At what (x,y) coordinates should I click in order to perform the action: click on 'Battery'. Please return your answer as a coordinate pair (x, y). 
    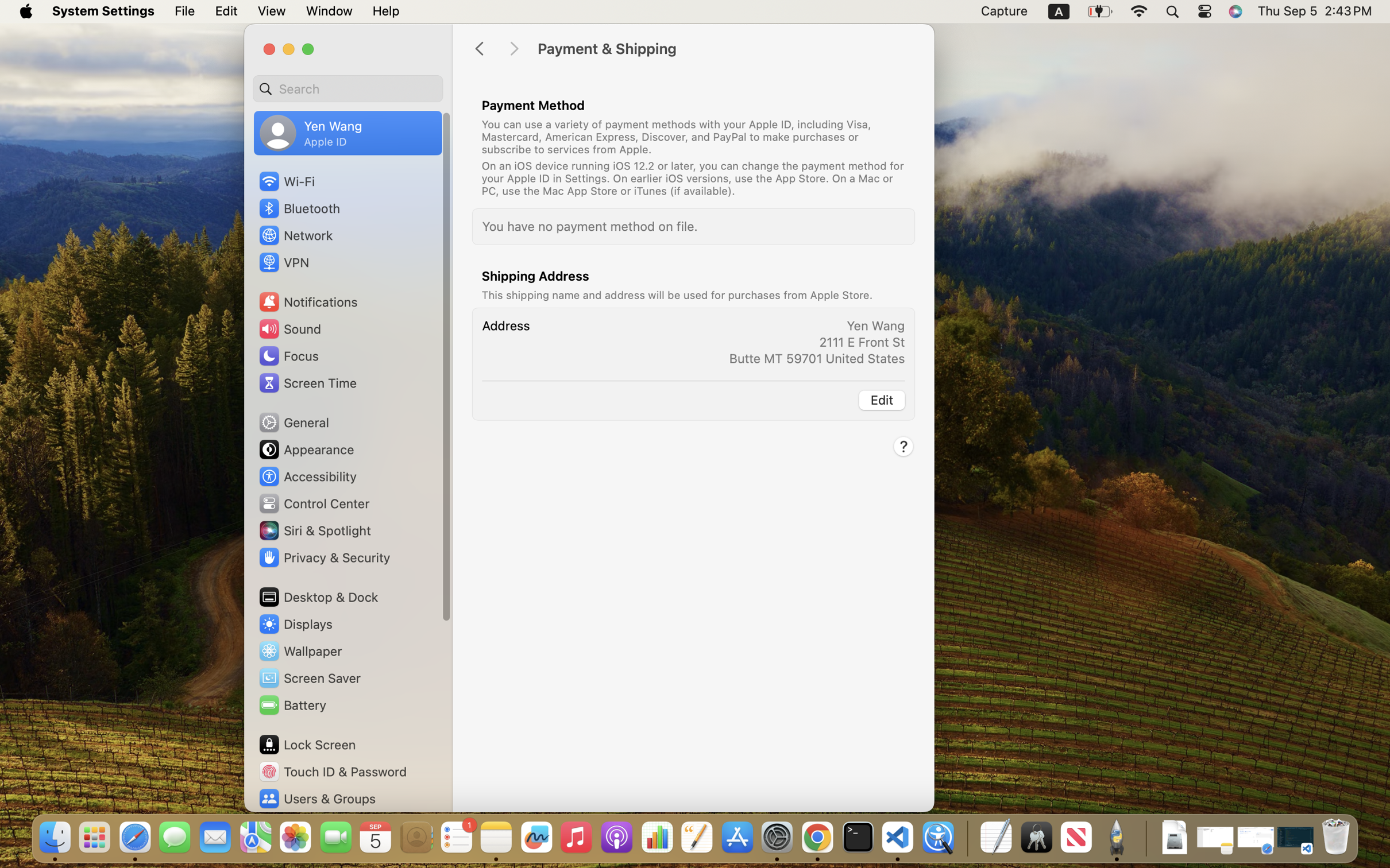
    Looking at the image, I should click on (292, 704).